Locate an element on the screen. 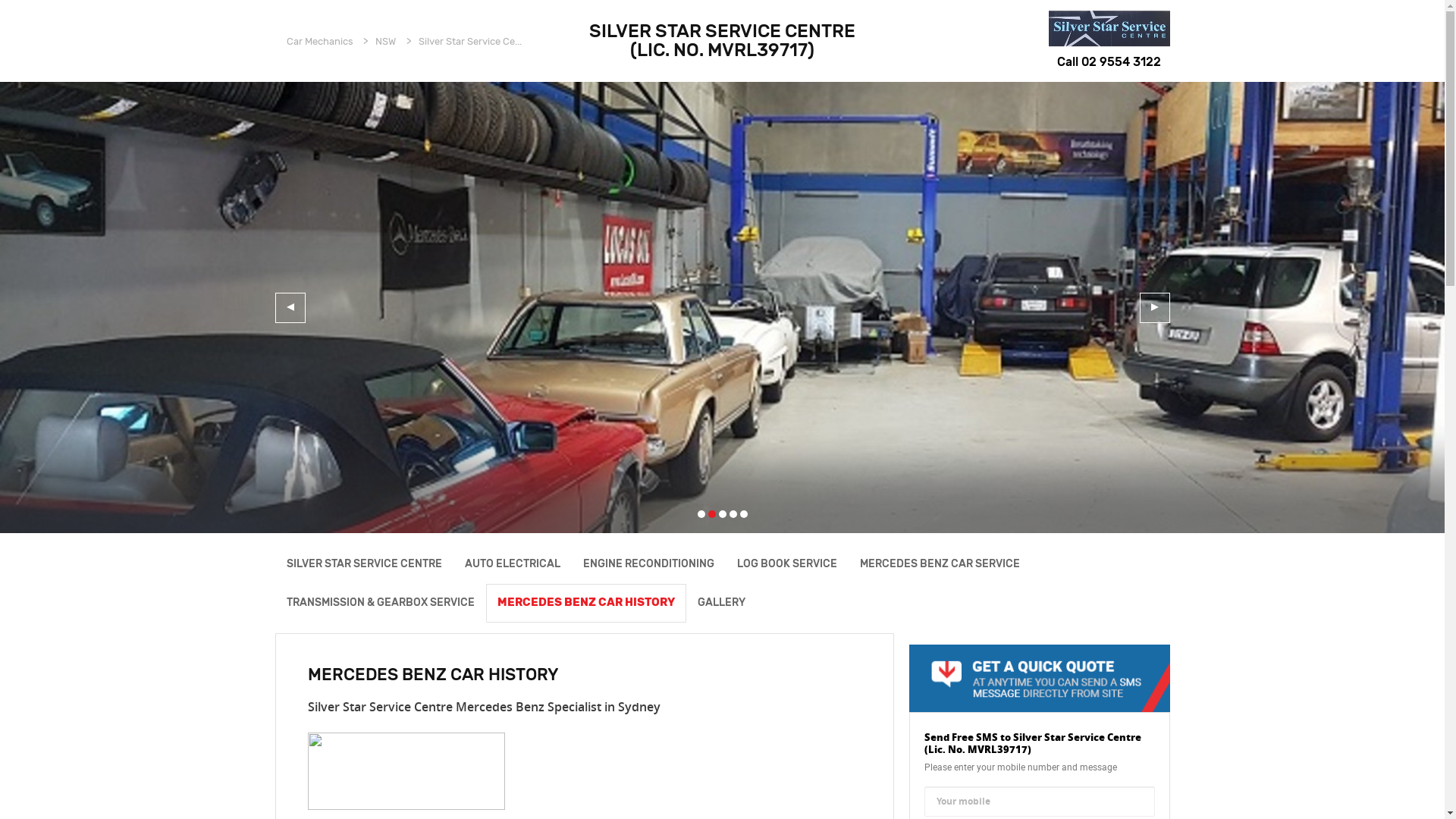 This screenshot has width=1456, height=819. '2' is located at coordinates (711, 513).